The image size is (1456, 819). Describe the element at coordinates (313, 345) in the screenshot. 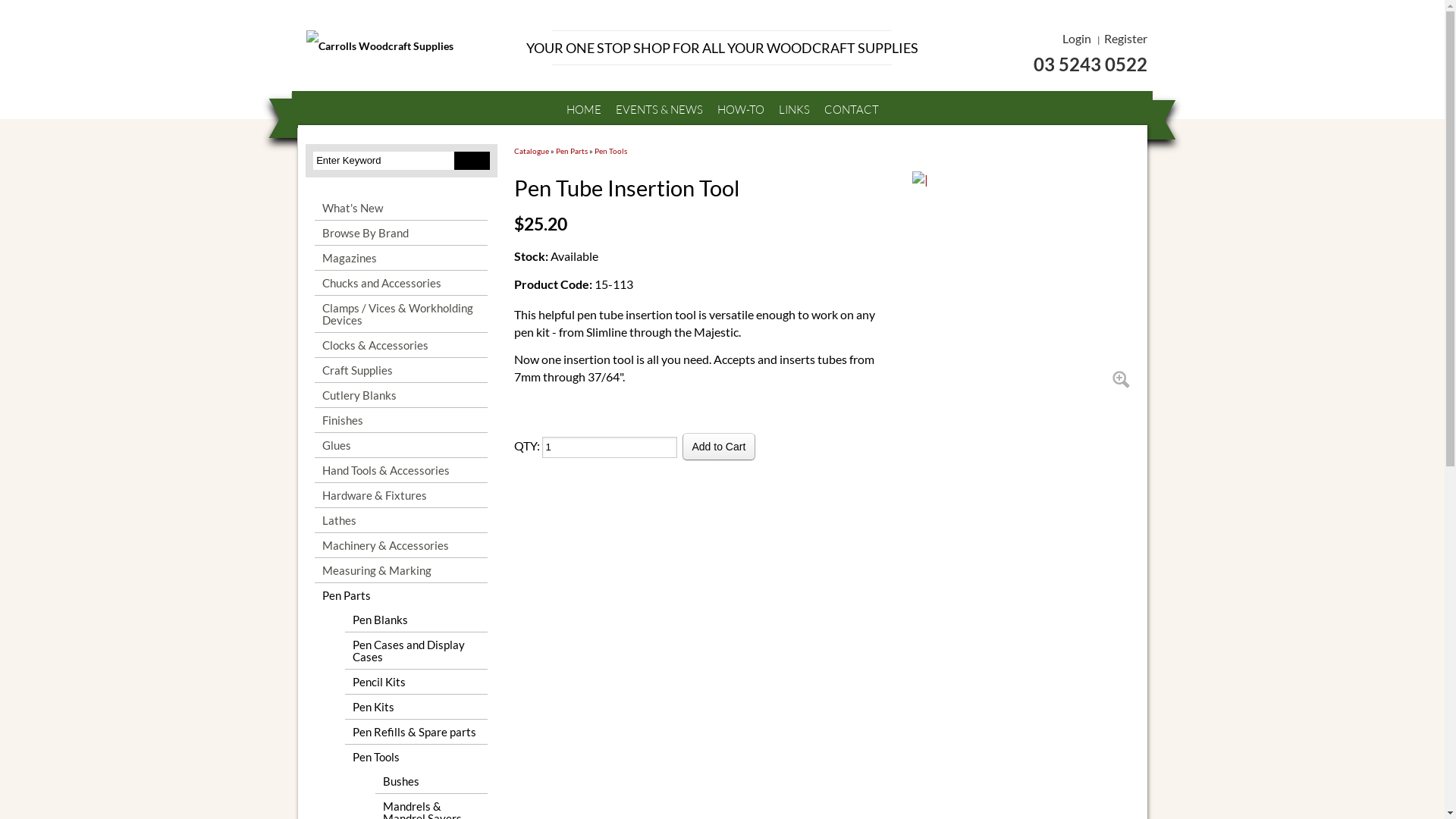

I see `'Clocks & Accessories'` at that location.